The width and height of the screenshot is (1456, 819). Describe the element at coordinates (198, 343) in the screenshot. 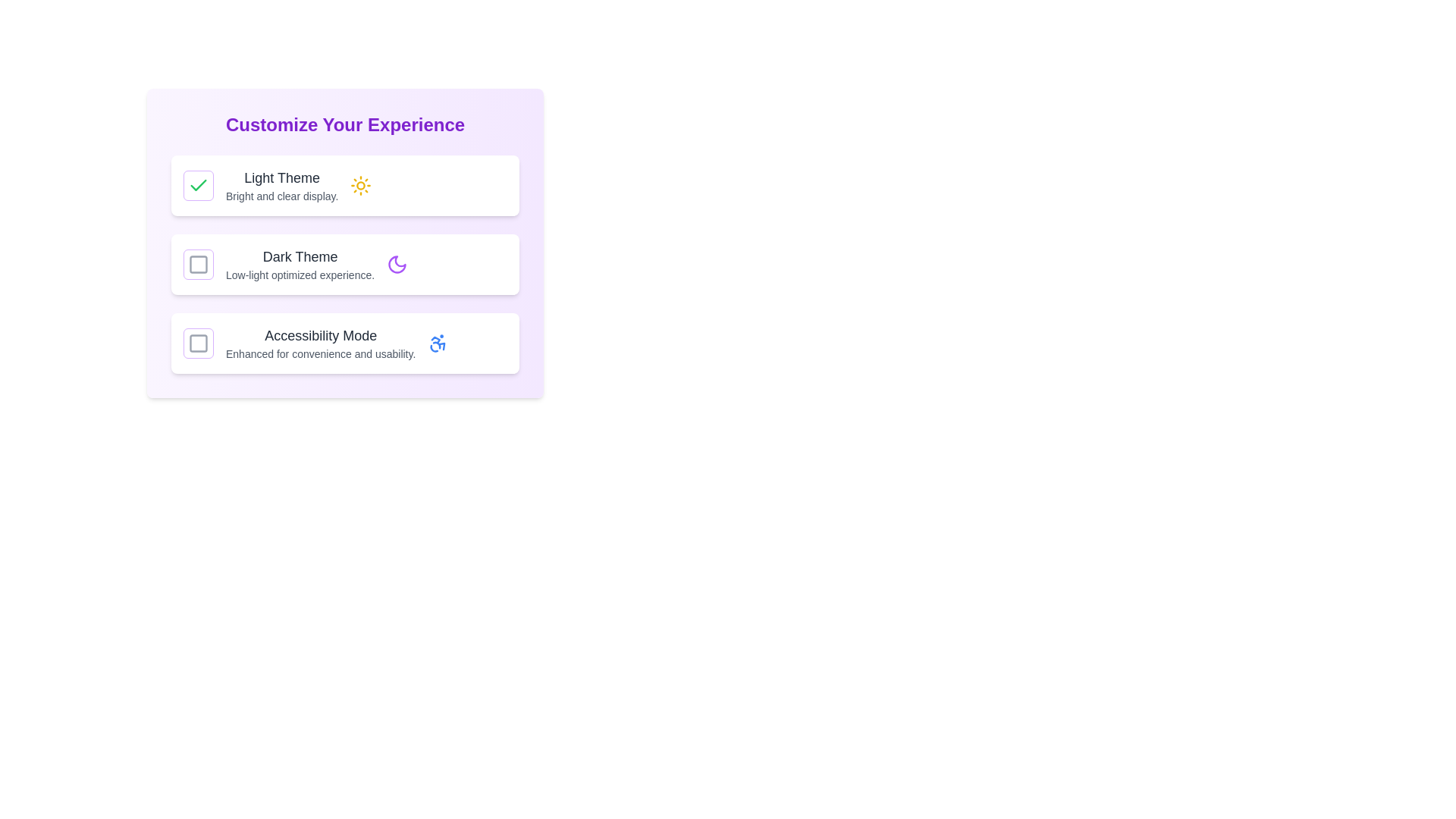

I see `the toggle button for 'Accessibility Mode'` at that location.